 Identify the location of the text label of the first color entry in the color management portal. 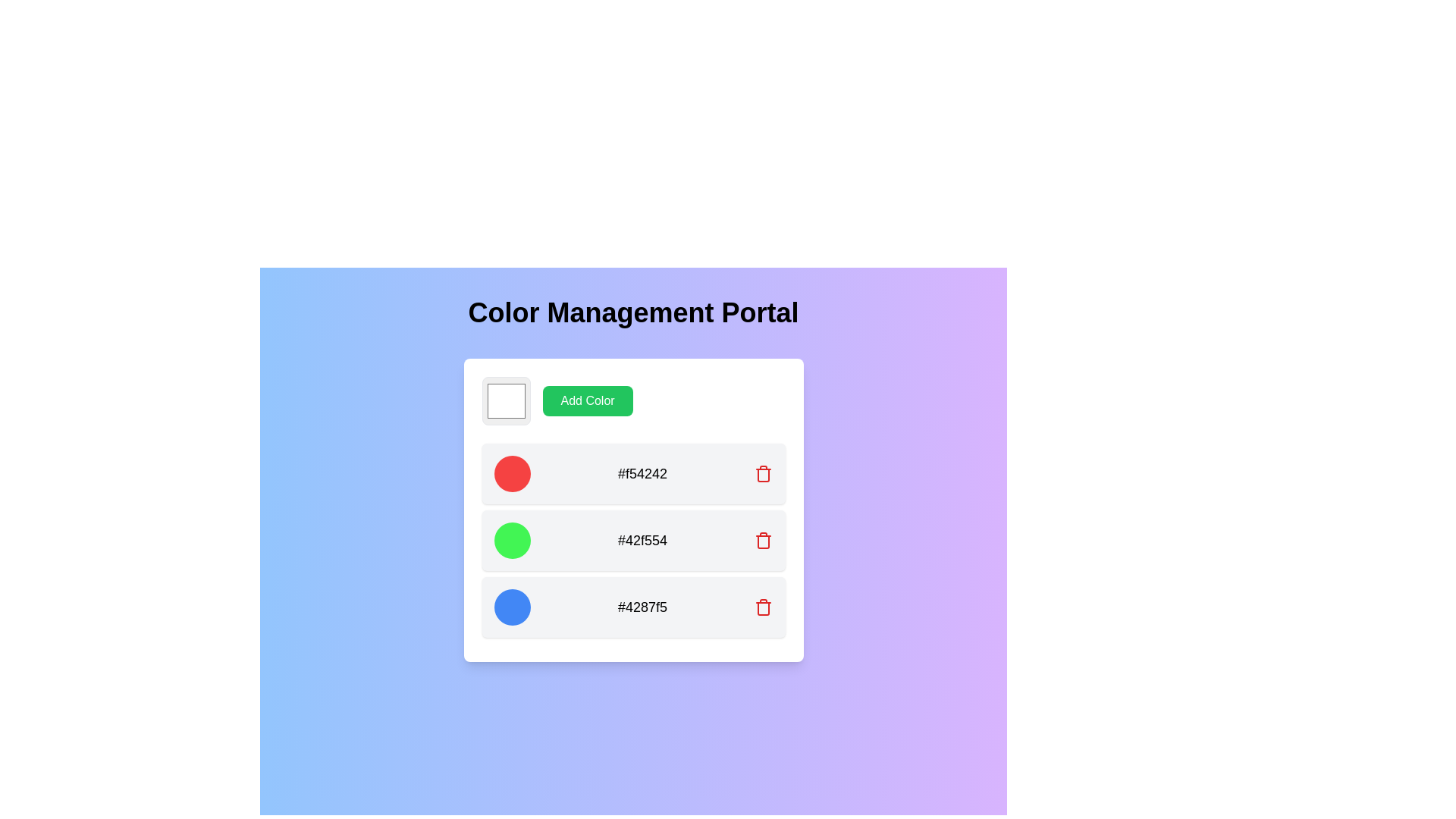
(633, 472).